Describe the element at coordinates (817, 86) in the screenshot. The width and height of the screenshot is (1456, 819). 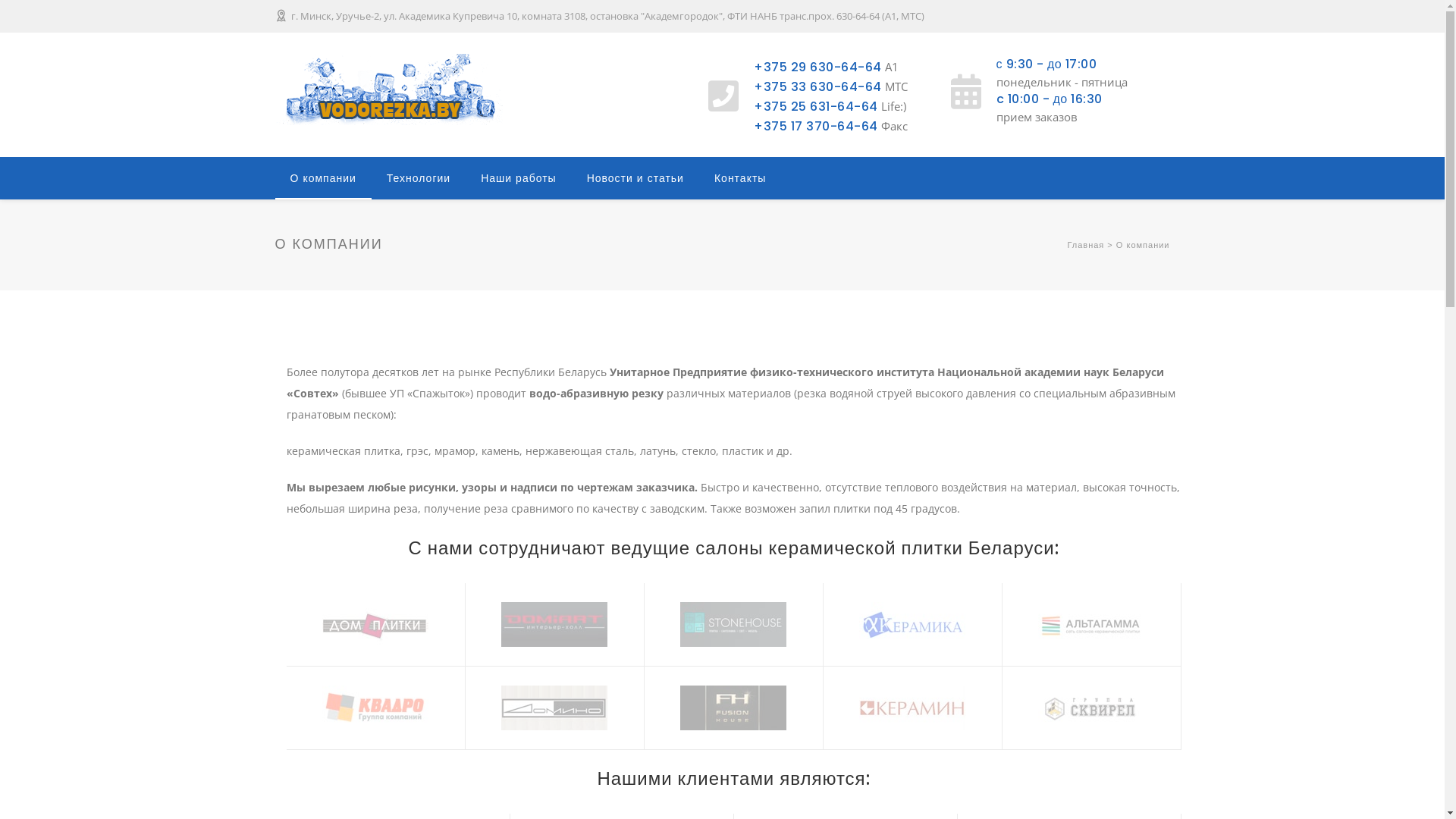
I see `'+375 33 630-64-64'` at that location.